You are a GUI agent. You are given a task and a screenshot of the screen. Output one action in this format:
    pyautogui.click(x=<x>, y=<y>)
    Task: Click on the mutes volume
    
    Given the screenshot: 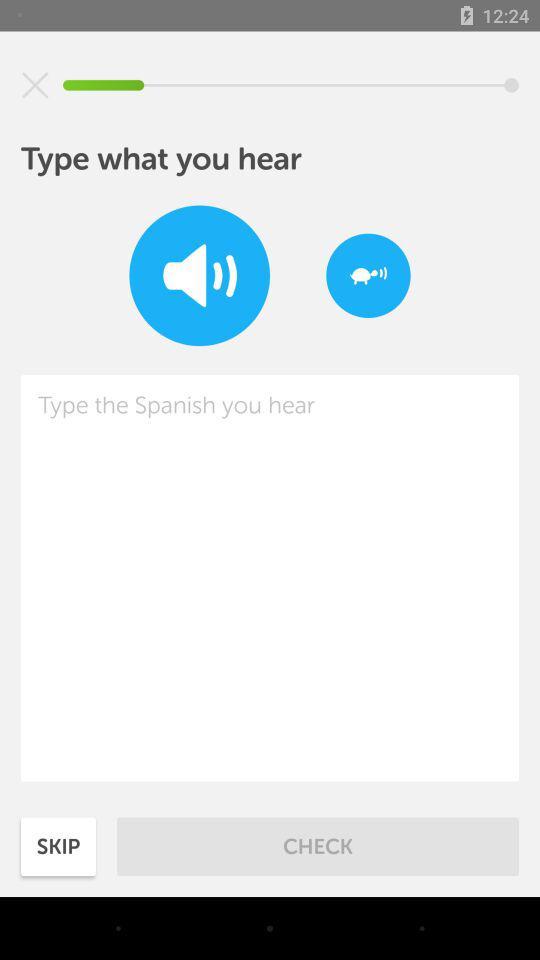 What is the action you would take?
    pyautogui.click(x=35, y=85)
    